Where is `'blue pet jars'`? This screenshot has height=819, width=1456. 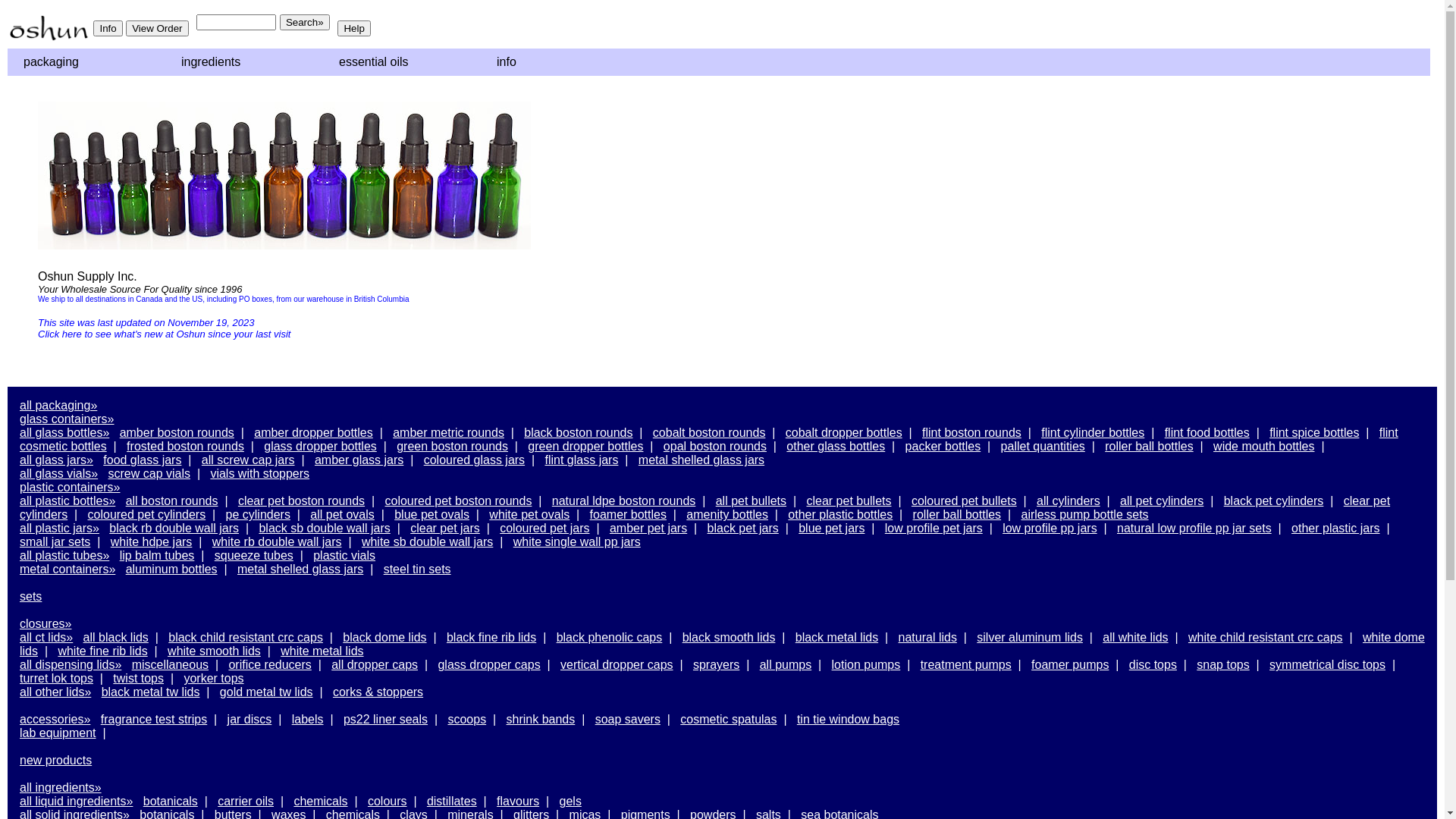 'blue pet jars' is located at coordinates (830, 527).